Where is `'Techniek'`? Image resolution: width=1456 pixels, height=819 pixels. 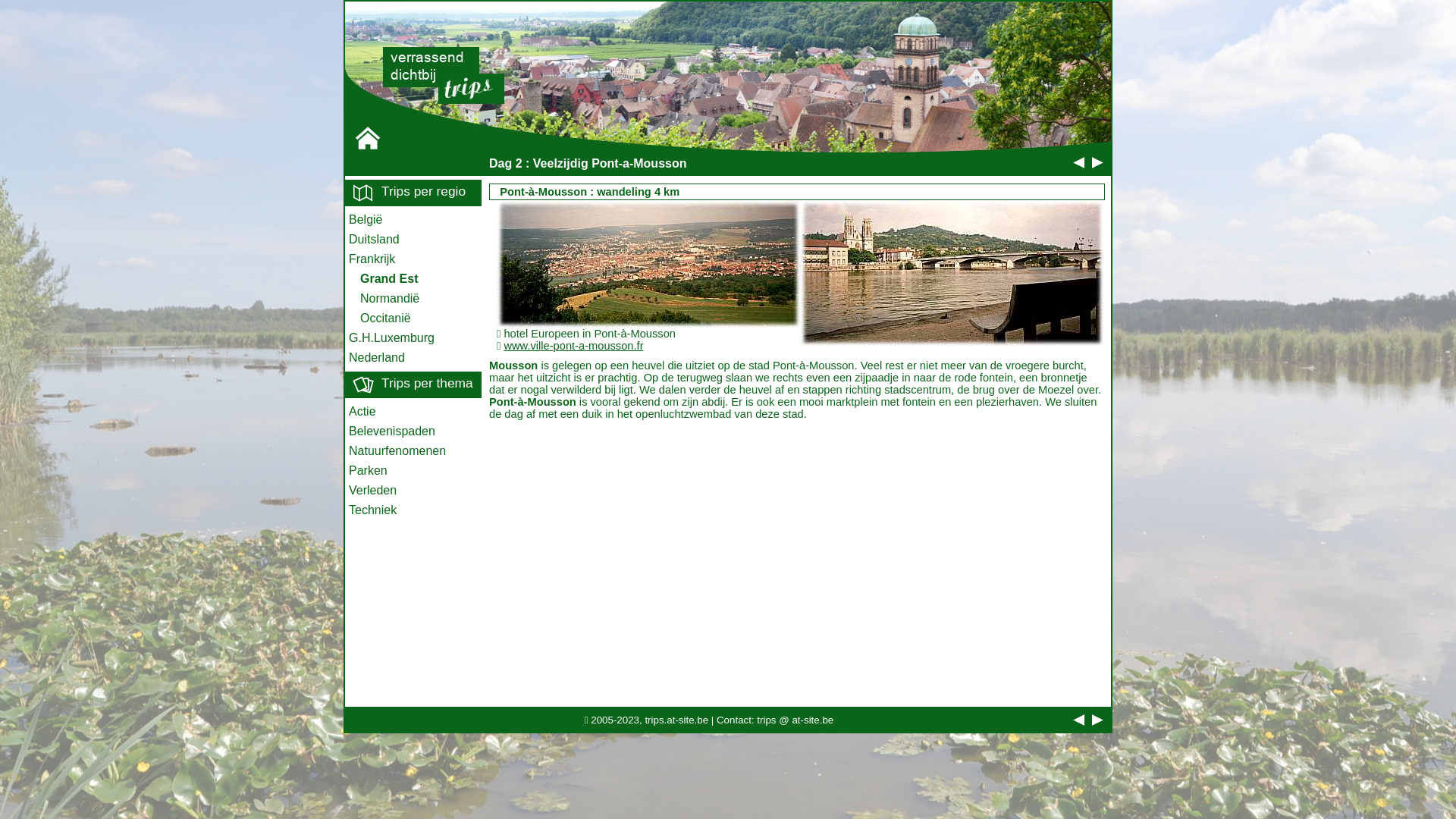 'Techniek' is located at coordinates (413, 510).